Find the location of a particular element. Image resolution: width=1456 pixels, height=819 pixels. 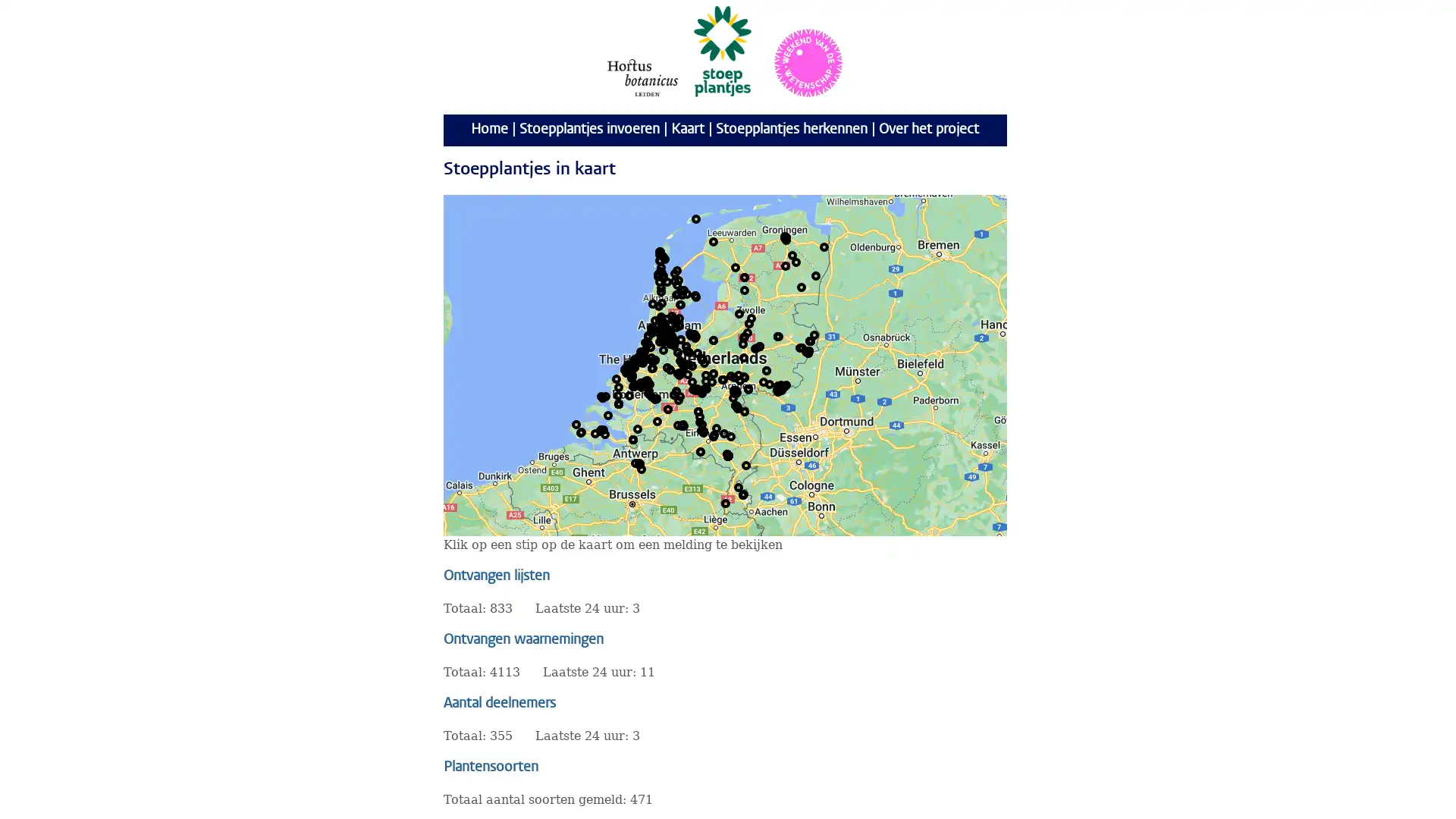

Telling van op 31 mei 2022 is located at coordinates (778, 335).